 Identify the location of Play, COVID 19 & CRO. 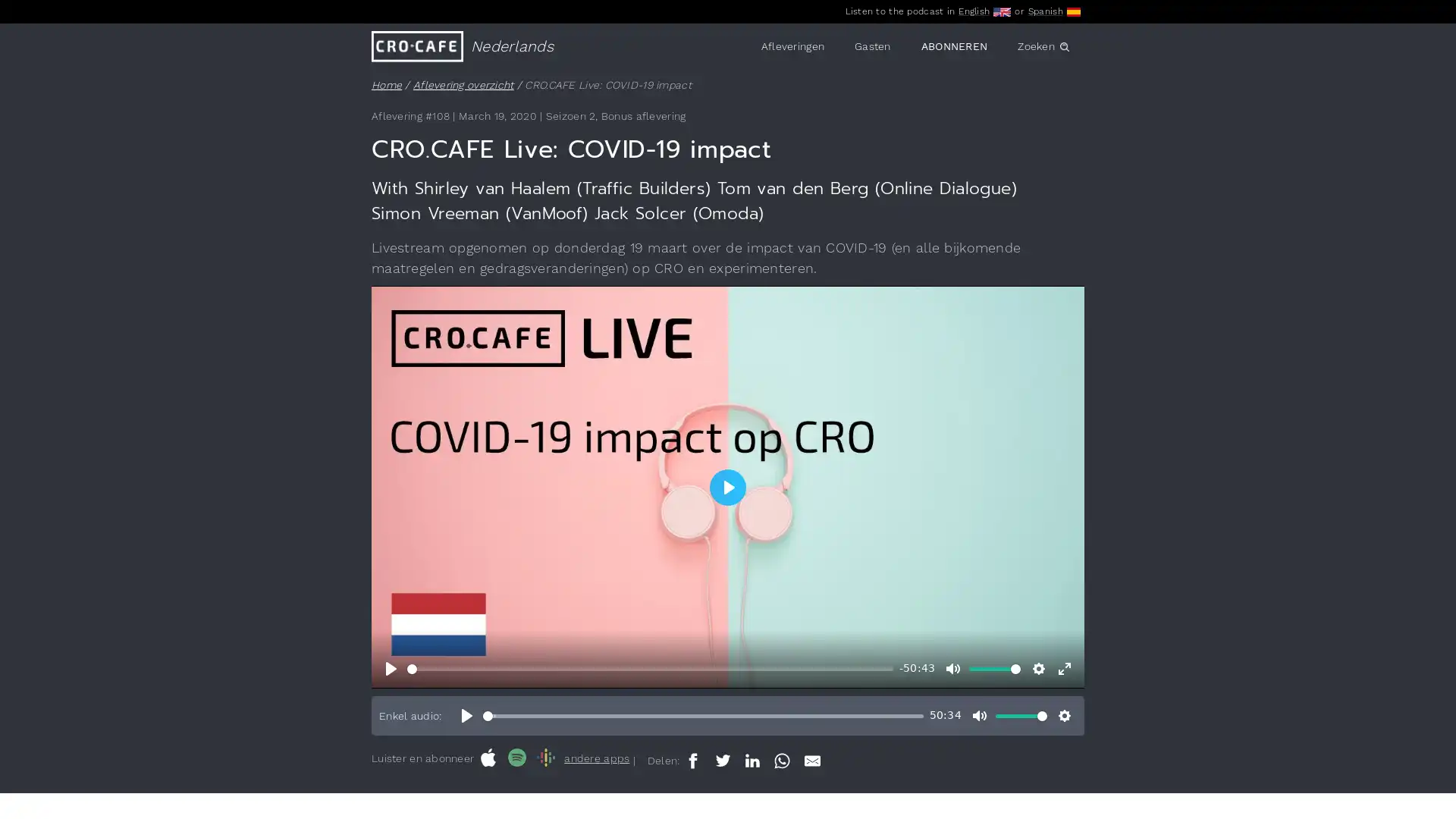
(391, 668).